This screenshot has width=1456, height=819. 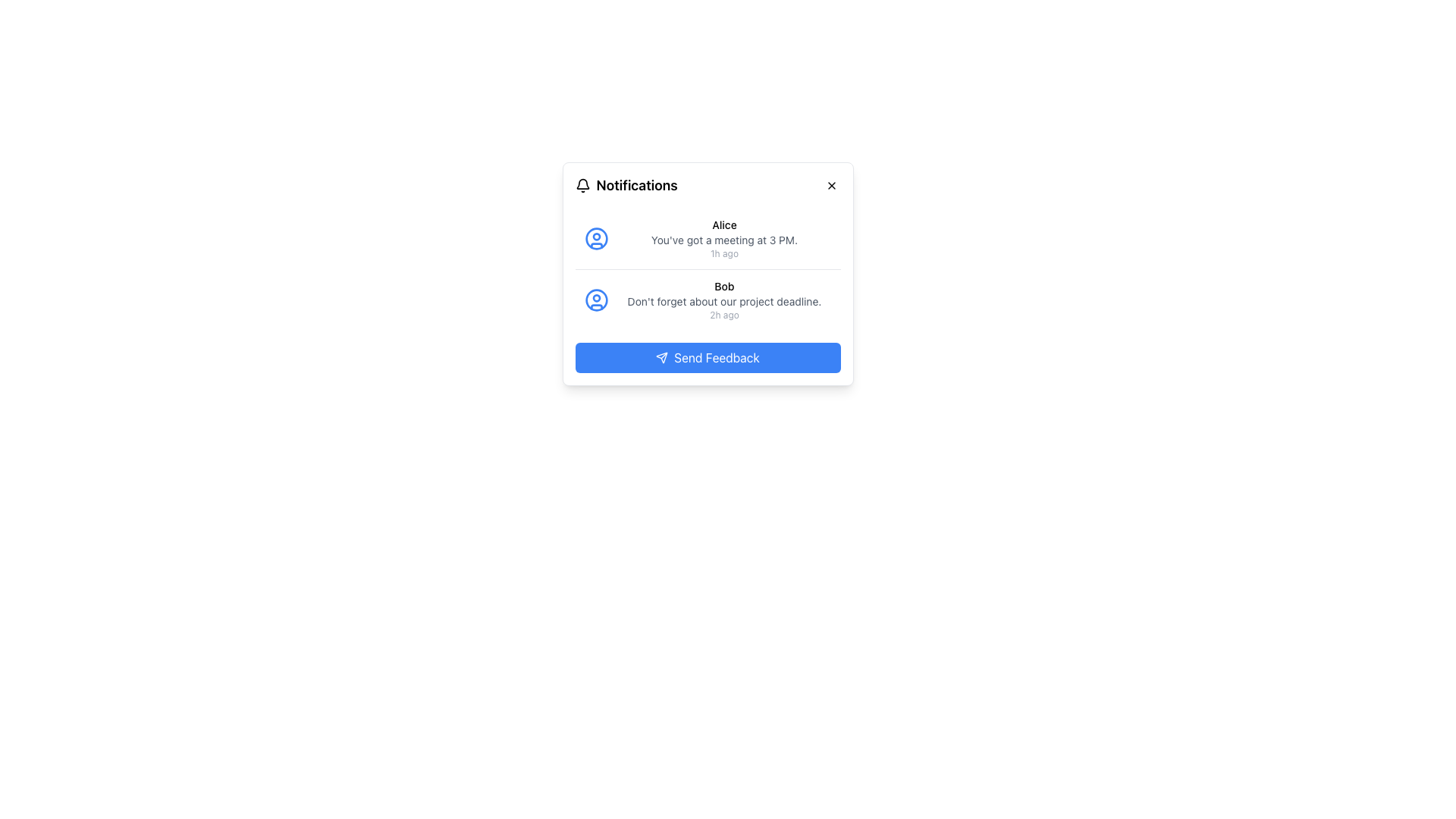 What do you see at coordinates (582, 185) in the screenshot?
I see `the notification icon located at the top-left corner of the 'Notifications' section, which is the first element in the row before the text 'Notifications'` at bounding box center [582, 185].